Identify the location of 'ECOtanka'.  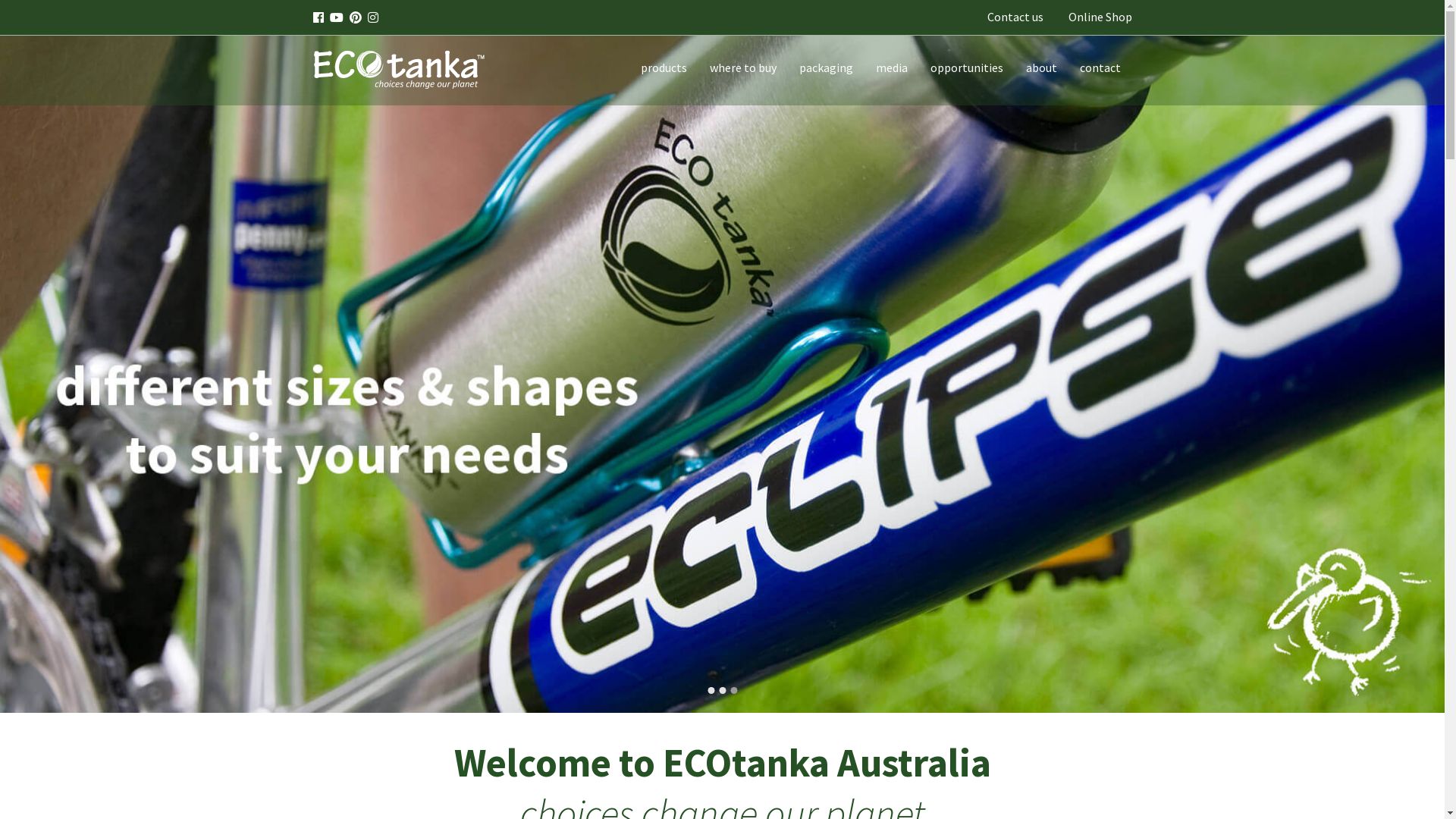
(721, 374).